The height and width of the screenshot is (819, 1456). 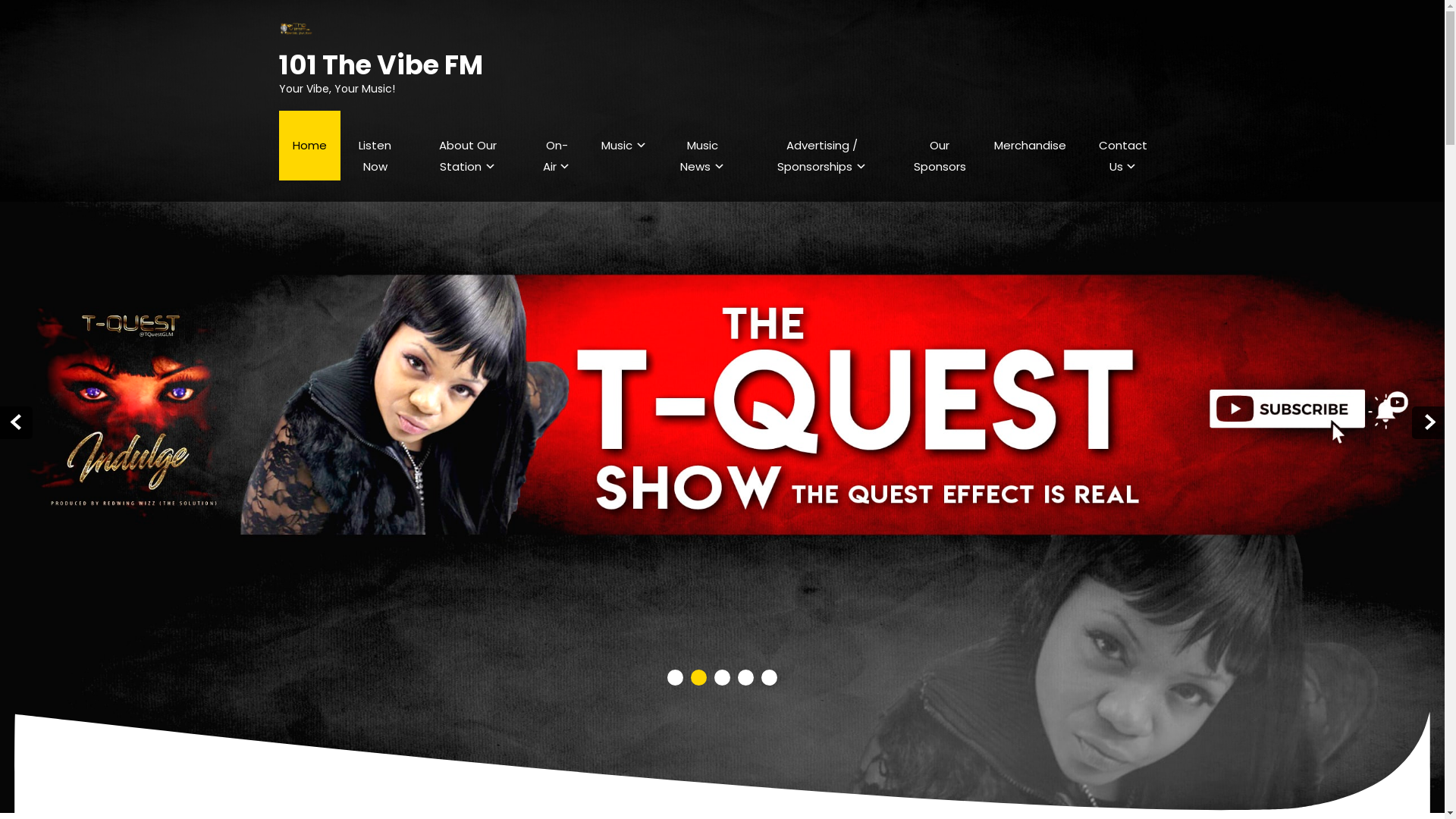 What do you see at coordinates (698, 676) in the screenshot?
I see `'2'` at bounding box center [698, 676].